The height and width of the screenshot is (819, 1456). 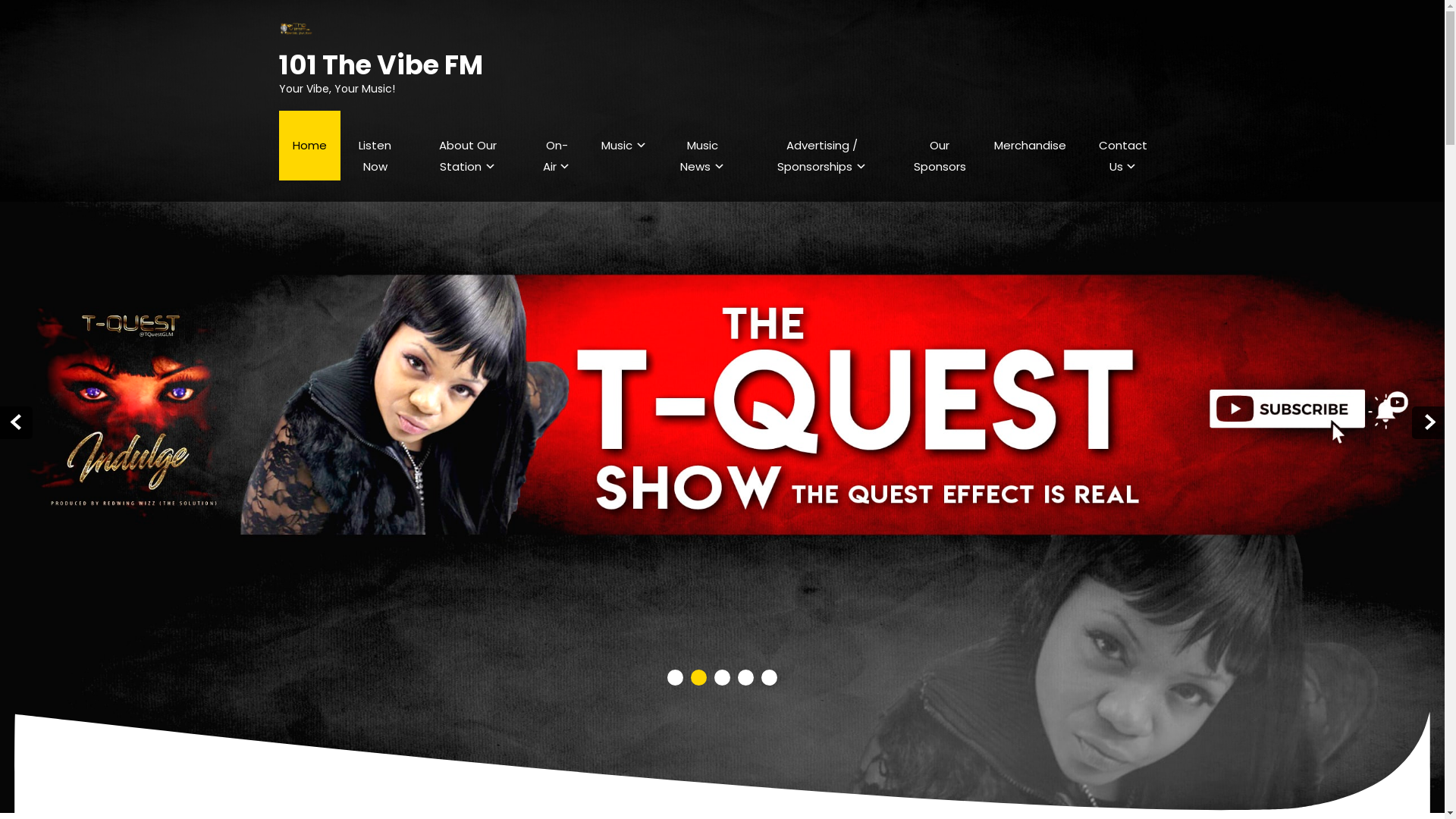 What do you see at coordinates (698, 676) in the screenshot?
I see `'2'` at bounding box center [698, 676].